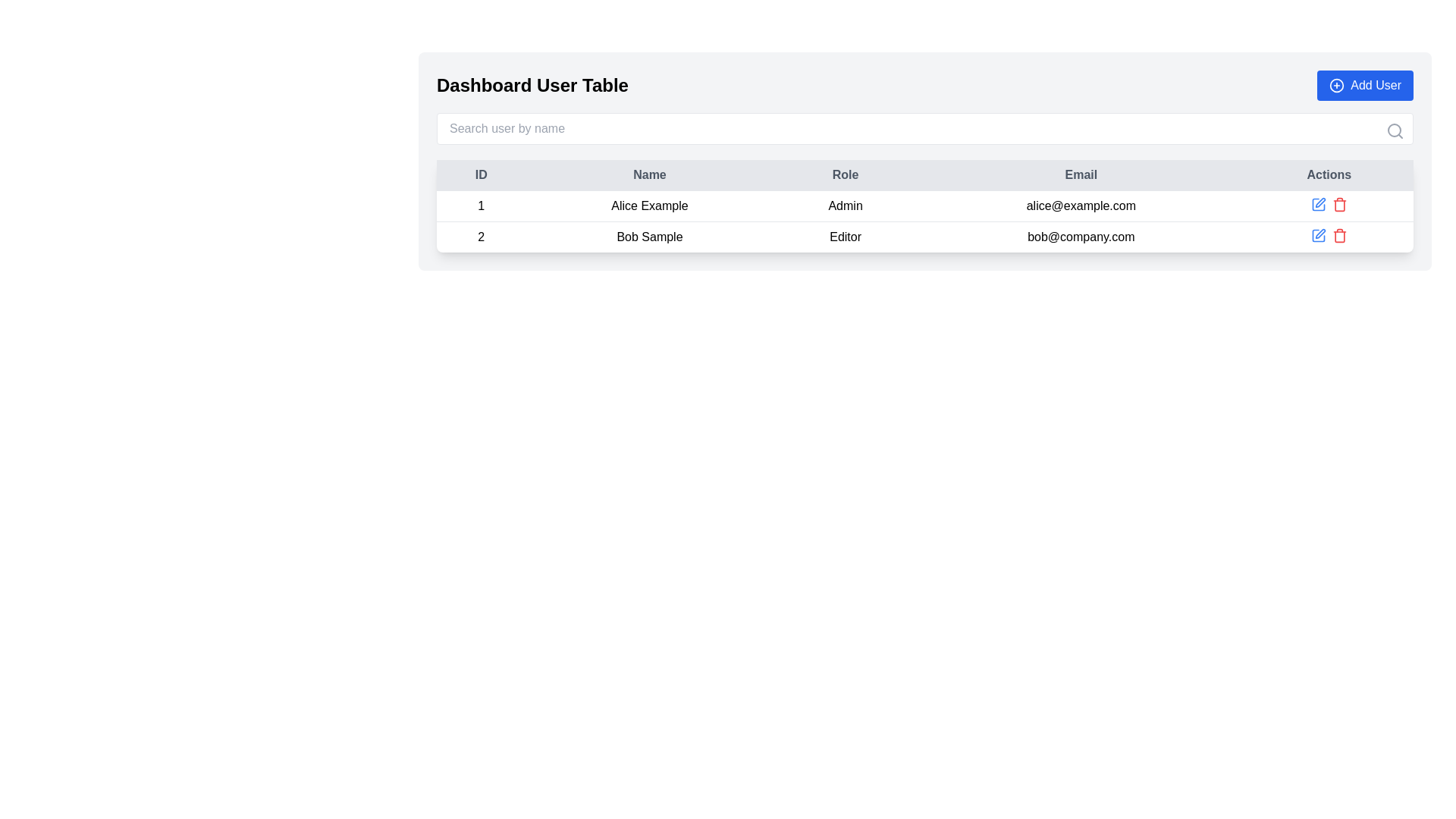  What do you see at coordinates (1365, 85) in the screenshot?
I see `the button used to add a new user to the system, located at the top-right corner next to 'Dashboard User Table', for keyboard navigation` at bounding box center [1365, 85].